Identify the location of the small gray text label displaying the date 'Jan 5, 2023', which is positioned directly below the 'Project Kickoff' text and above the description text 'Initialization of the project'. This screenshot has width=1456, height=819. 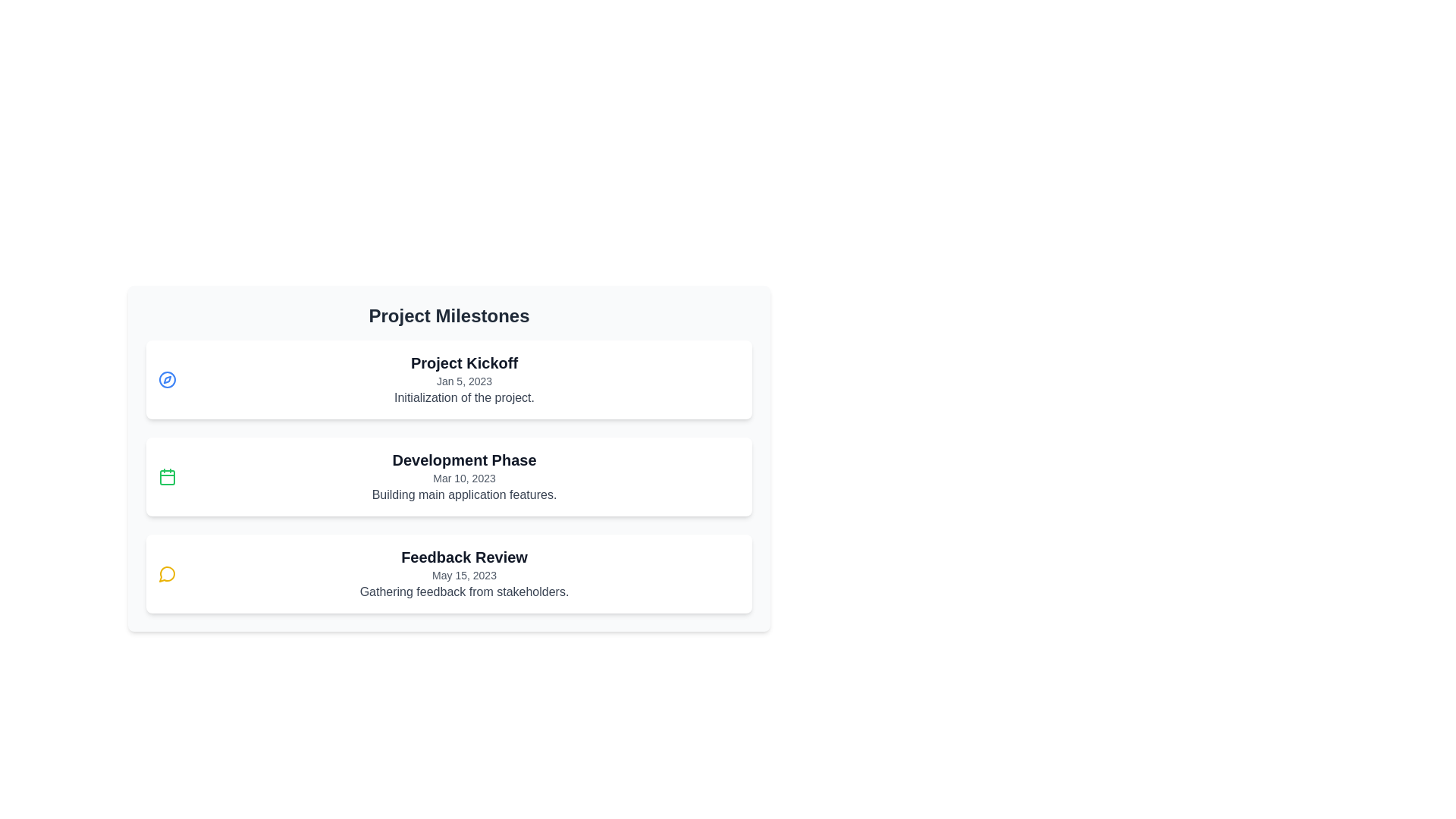
(463, 380).